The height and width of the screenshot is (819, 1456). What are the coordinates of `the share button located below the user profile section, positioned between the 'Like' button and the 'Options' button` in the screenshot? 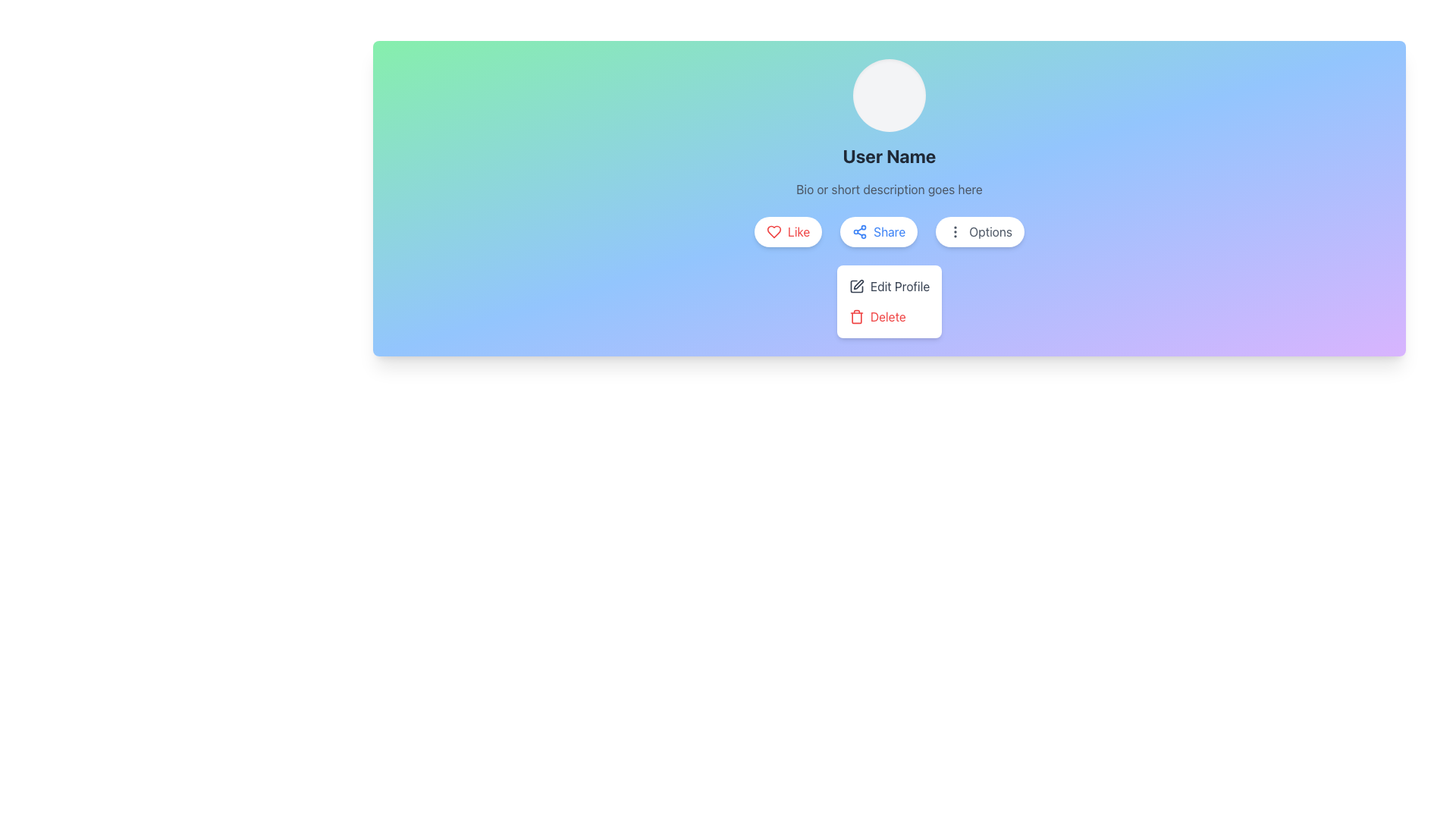 It's located at (879, 231).